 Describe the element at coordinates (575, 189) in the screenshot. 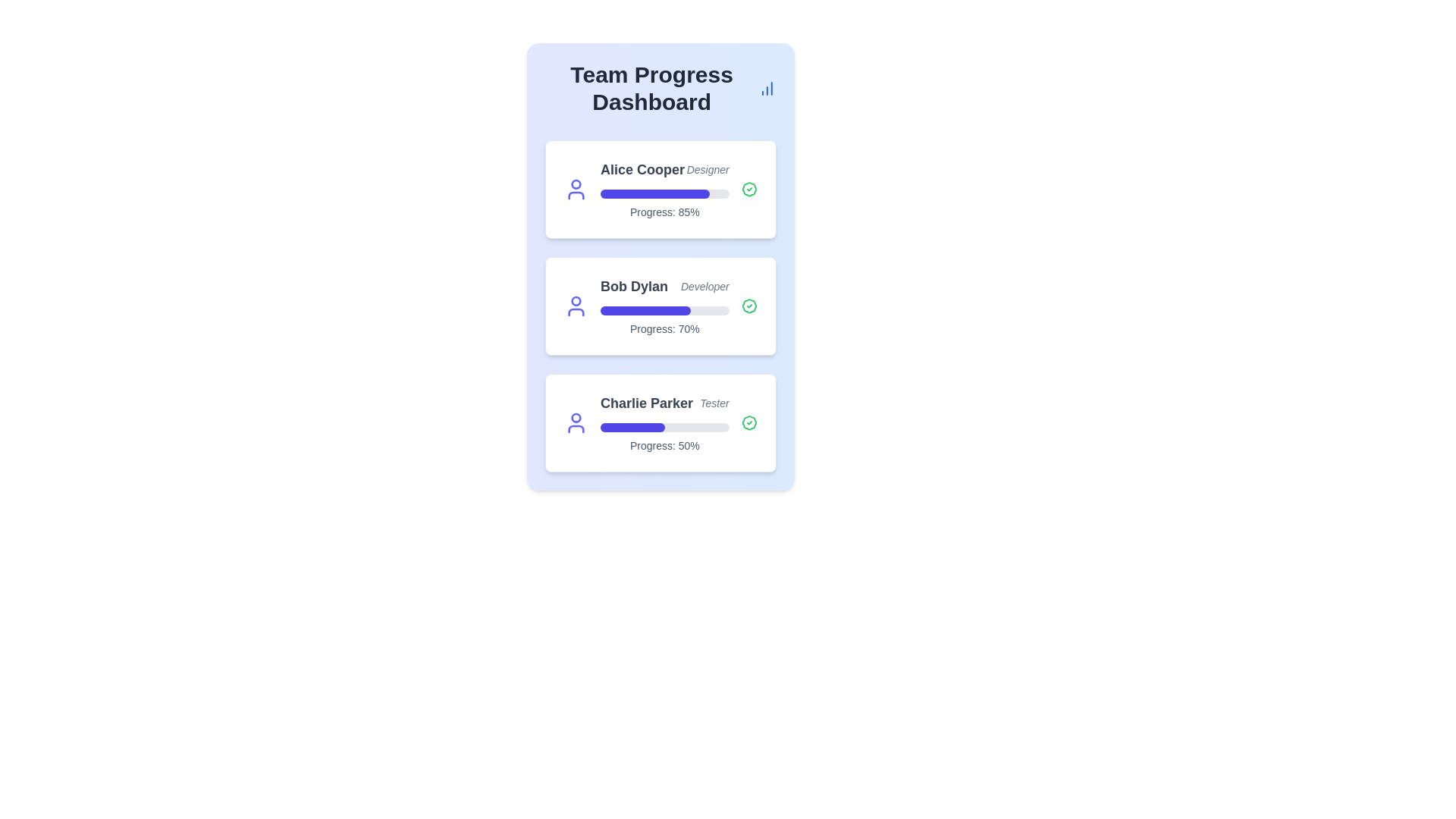

I see `the user icon representing 'Alice Cooper' located on the top card of the vertical list in the dashboard` at that location.